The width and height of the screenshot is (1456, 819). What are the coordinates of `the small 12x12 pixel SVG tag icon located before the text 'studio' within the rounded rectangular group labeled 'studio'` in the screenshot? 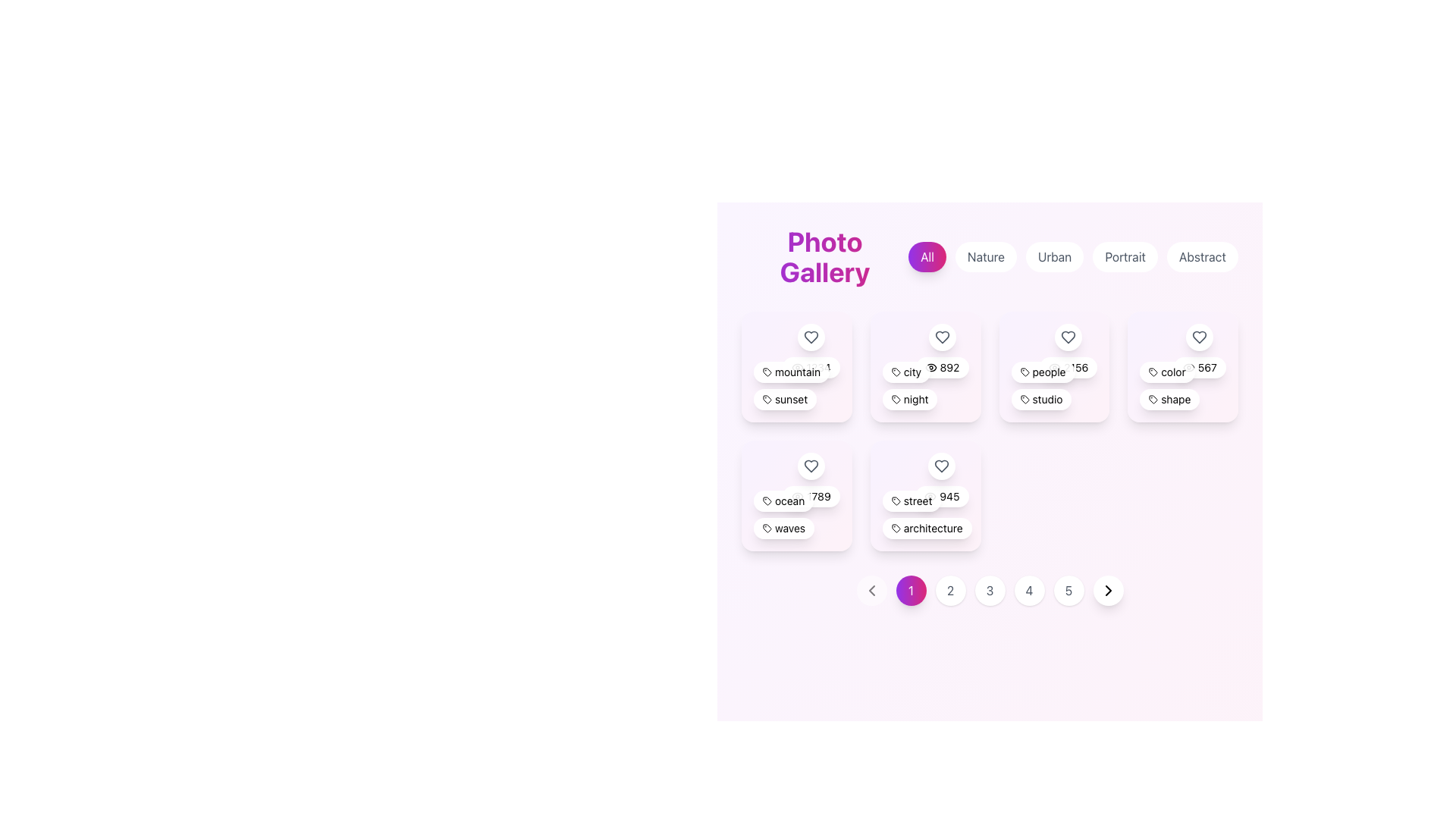 It's located at (1025, 398).